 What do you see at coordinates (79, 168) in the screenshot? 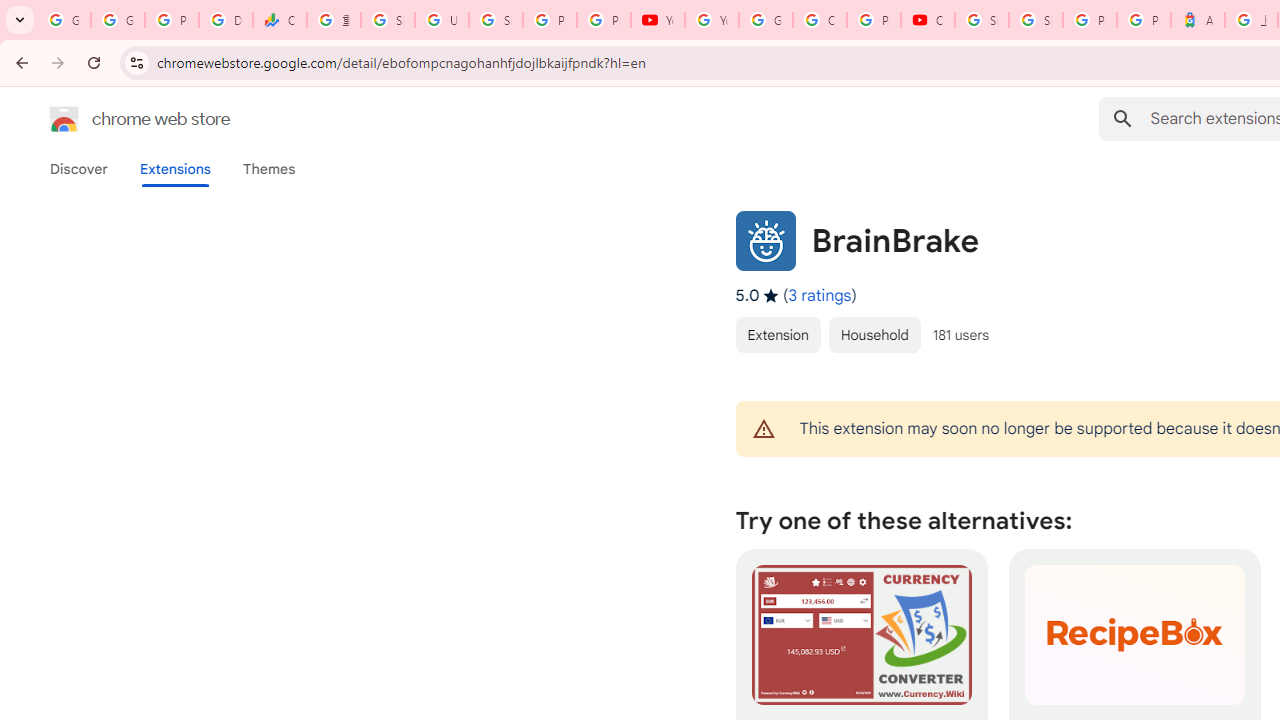
I see `'Discover'` at bounding box center [79, 168].